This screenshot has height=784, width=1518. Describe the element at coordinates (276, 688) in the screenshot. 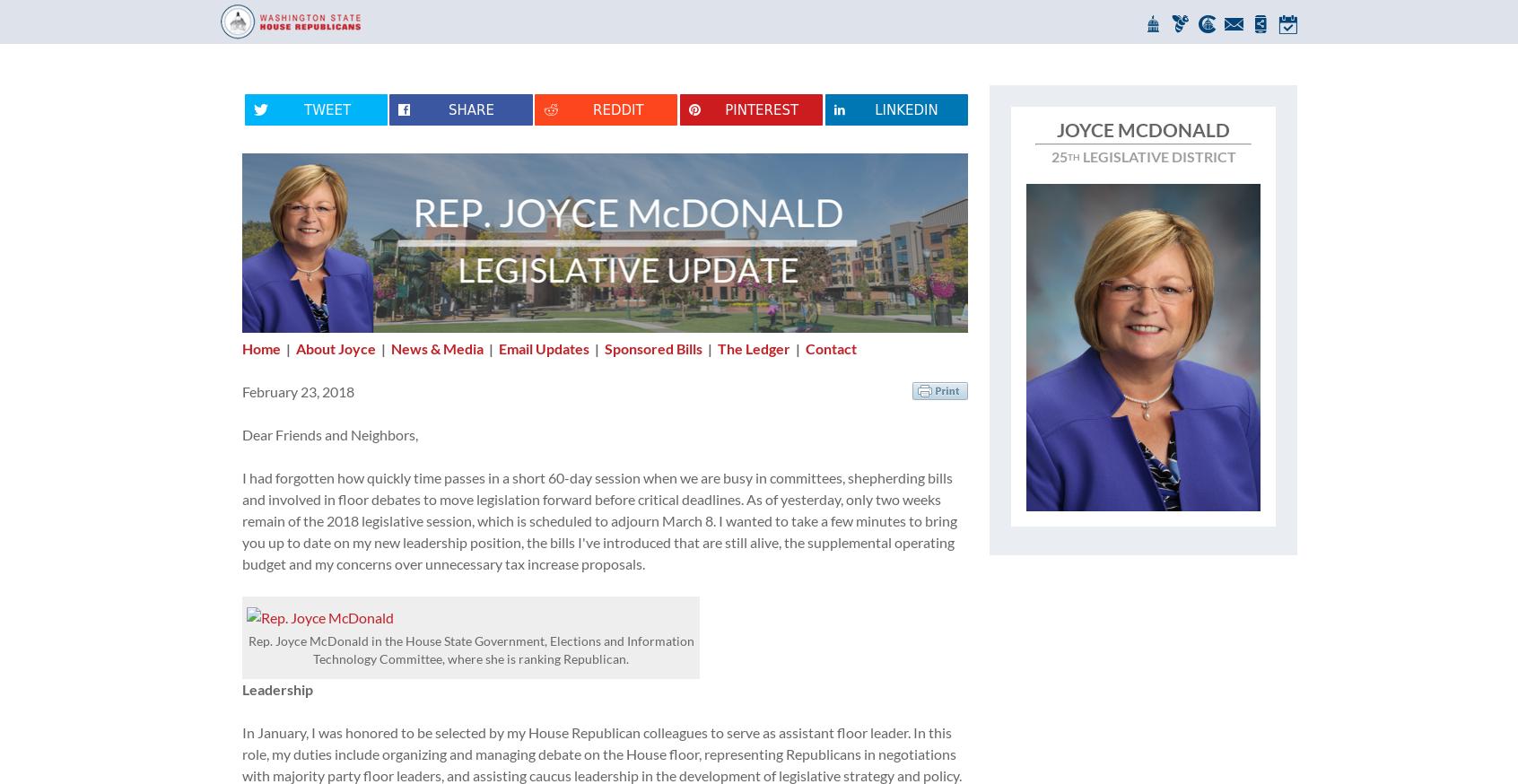

I see `'Leadership'` at that location.